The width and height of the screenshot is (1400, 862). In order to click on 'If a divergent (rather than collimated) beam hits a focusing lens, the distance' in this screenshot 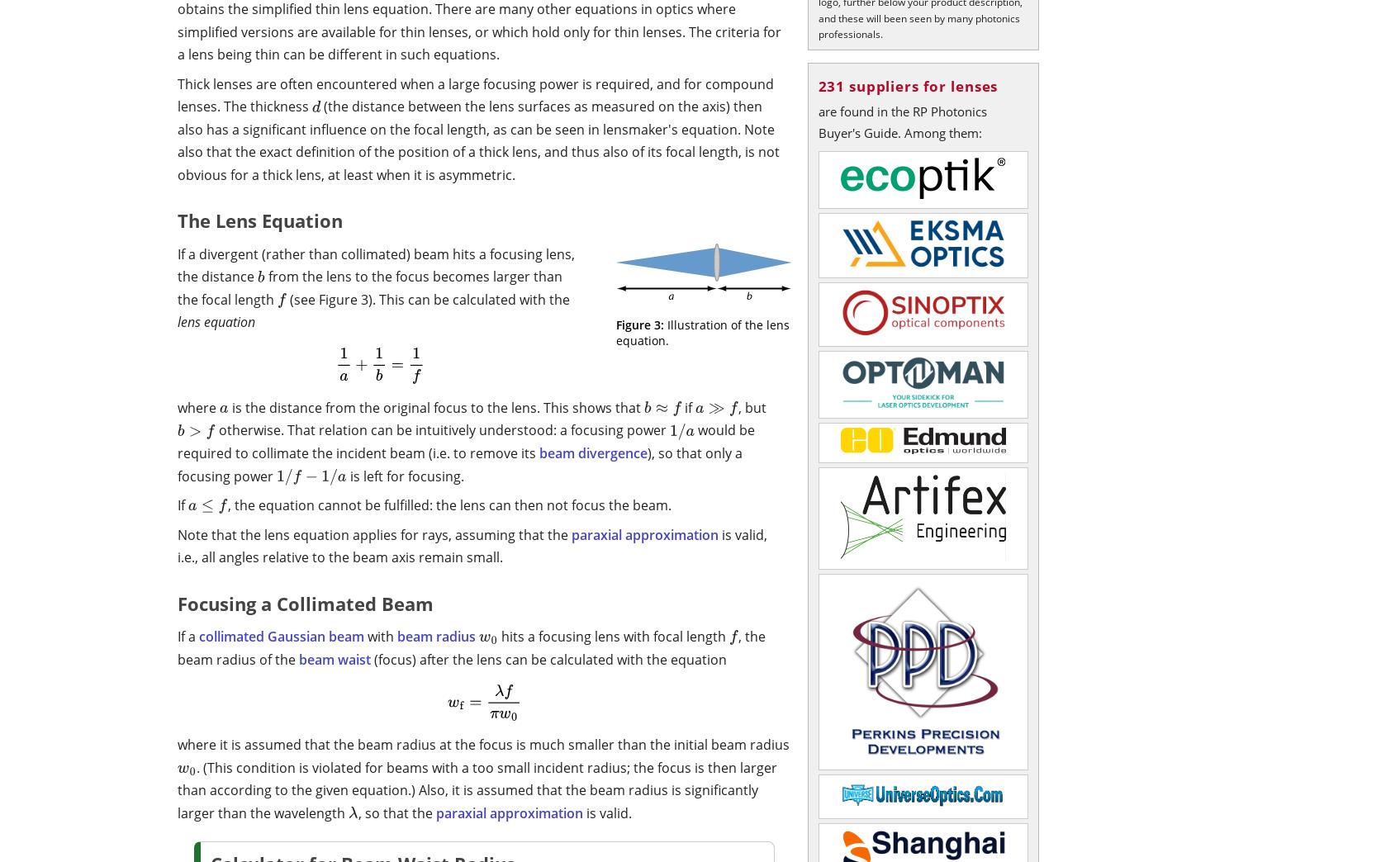, I will do `click(376, 264)`.